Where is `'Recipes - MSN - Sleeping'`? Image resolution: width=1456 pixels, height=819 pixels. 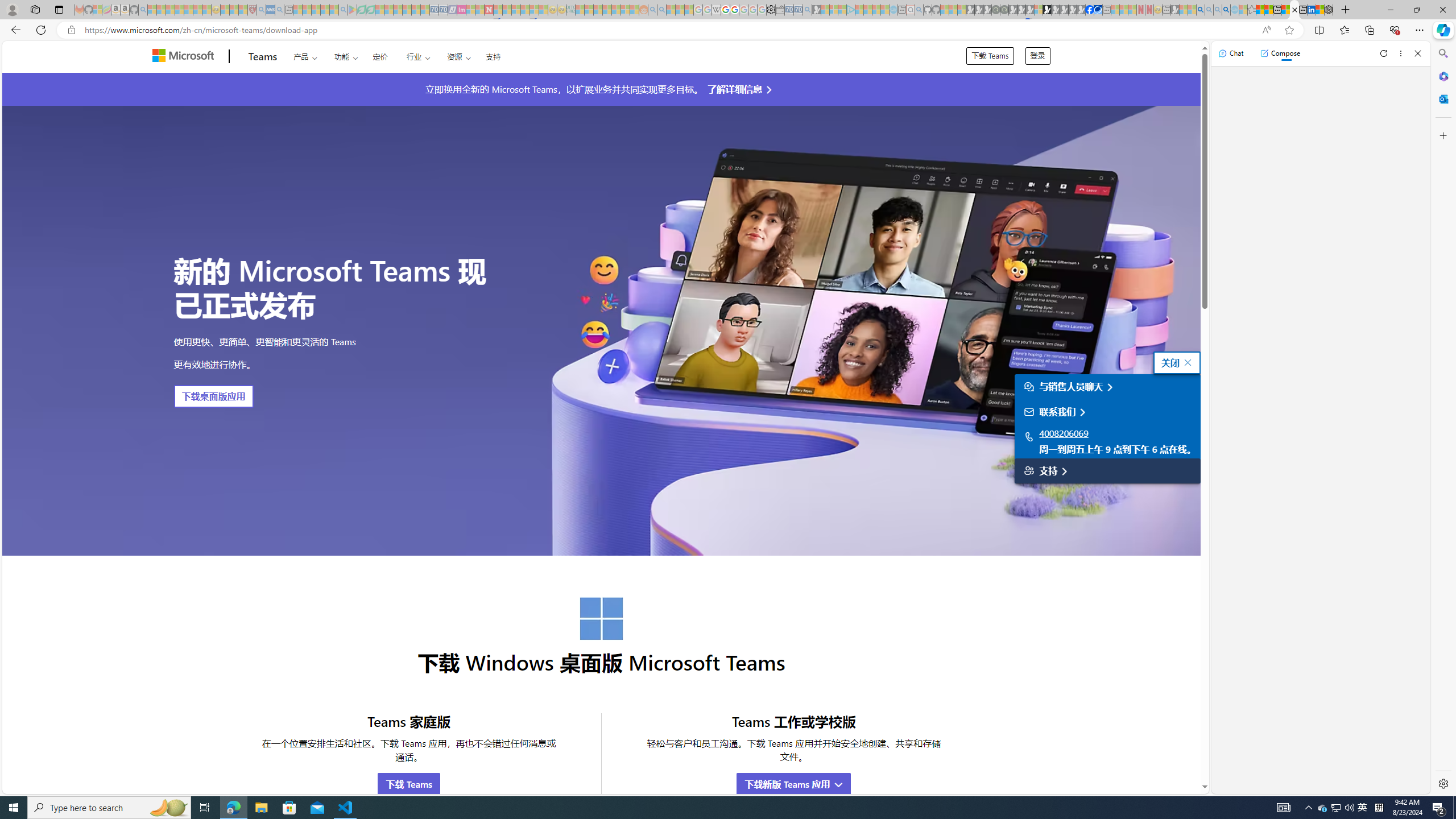 'Recipes - MSN - Sleeping' is located at coordinates (225, 9).